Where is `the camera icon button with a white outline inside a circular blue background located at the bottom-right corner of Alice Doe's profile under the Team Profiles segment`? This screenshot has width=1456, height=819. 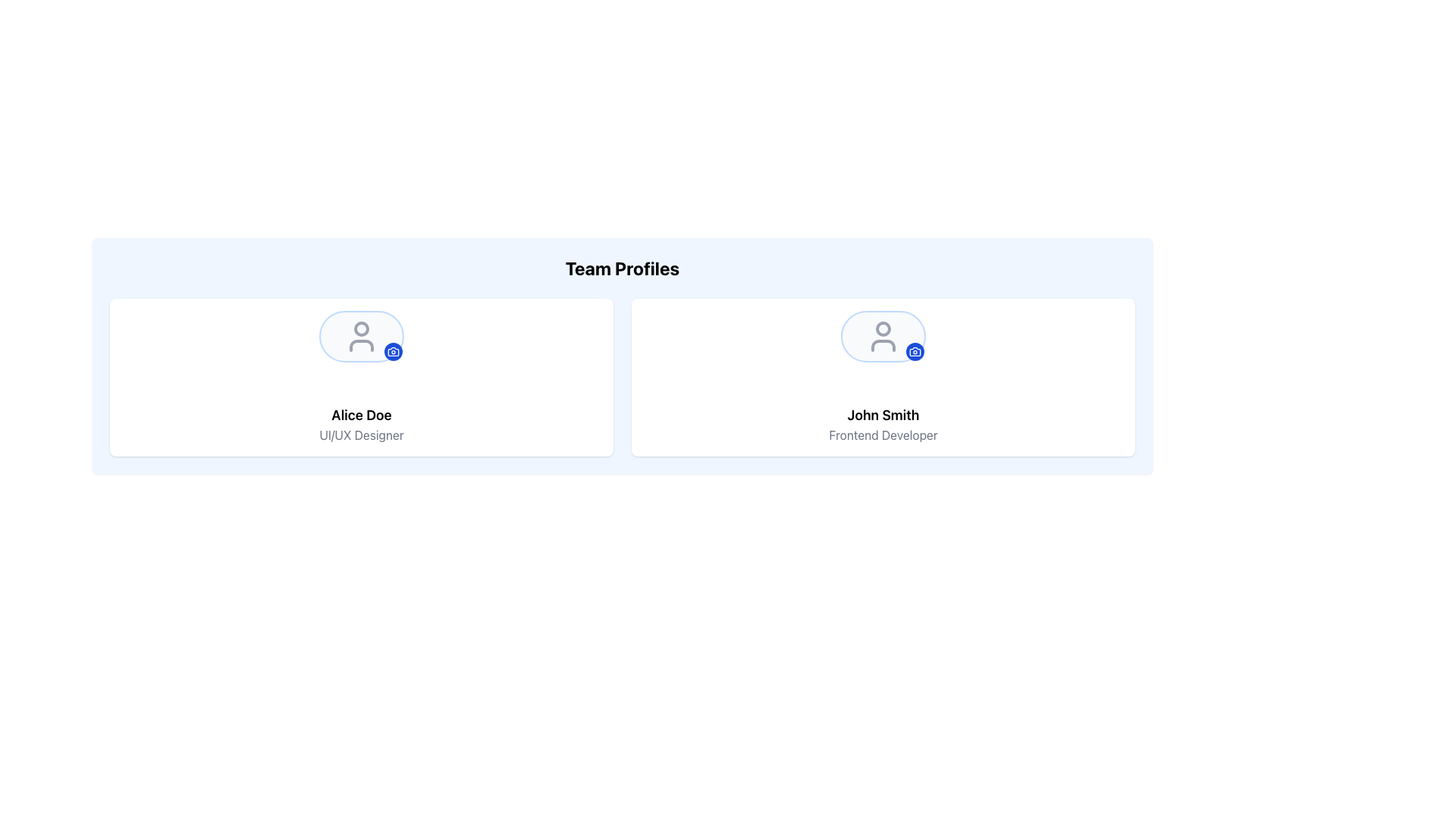
the camera icon button with a white outline inside a circular blue background located at the bottom-right corner of Alice Doe's profile under the Team Profiles segment is located at coordinates (393, 351).